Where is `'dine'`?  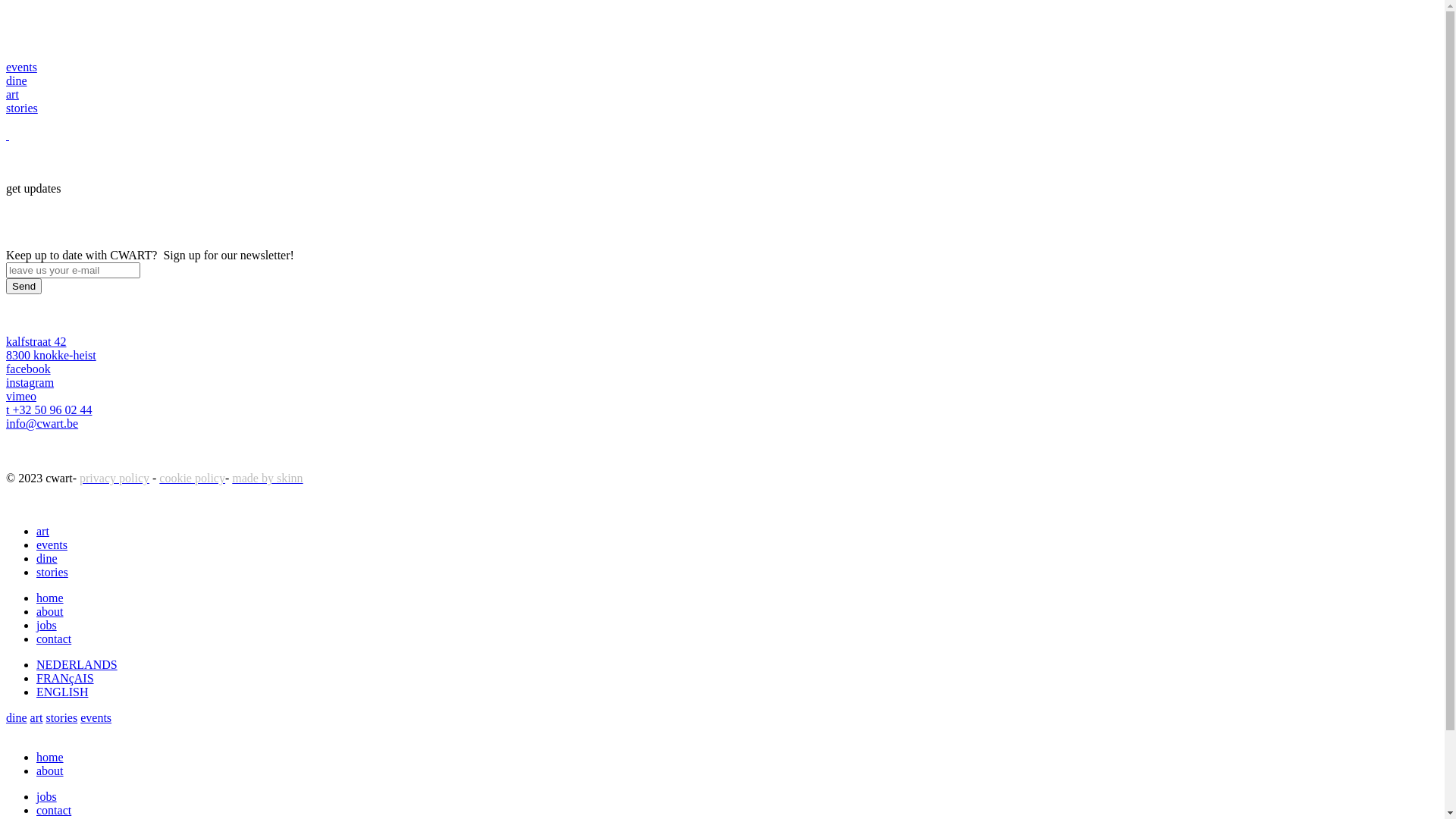 'dine' is located at coordinates (47, 558).